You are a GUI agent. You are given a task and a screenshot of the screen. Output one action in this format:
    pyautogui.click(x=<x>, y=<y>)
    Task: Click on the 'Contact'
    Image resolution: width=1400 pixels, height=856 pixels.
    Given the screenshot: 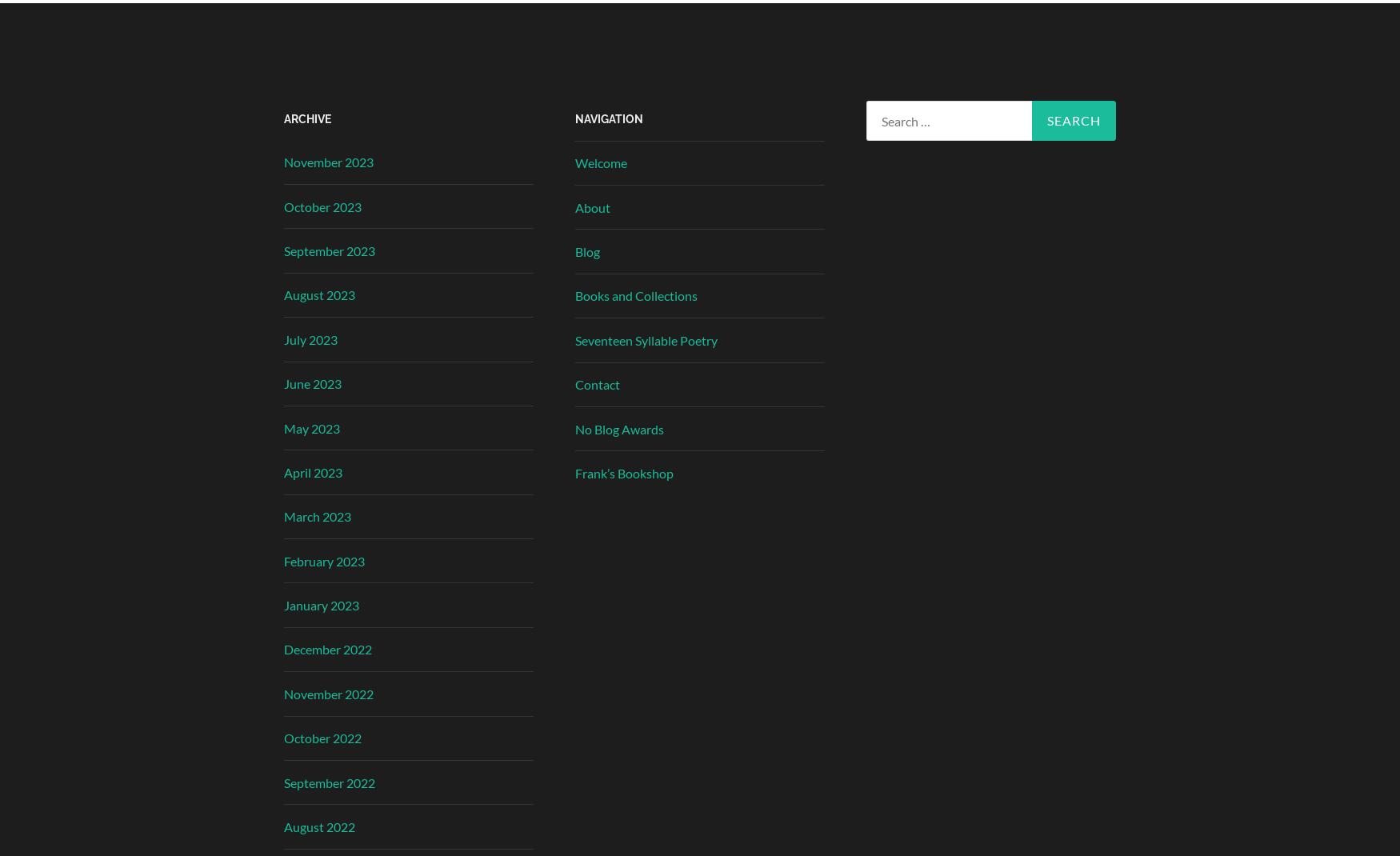 What is the action you would take?
    pyautogui.click(x=598, y=384)
    